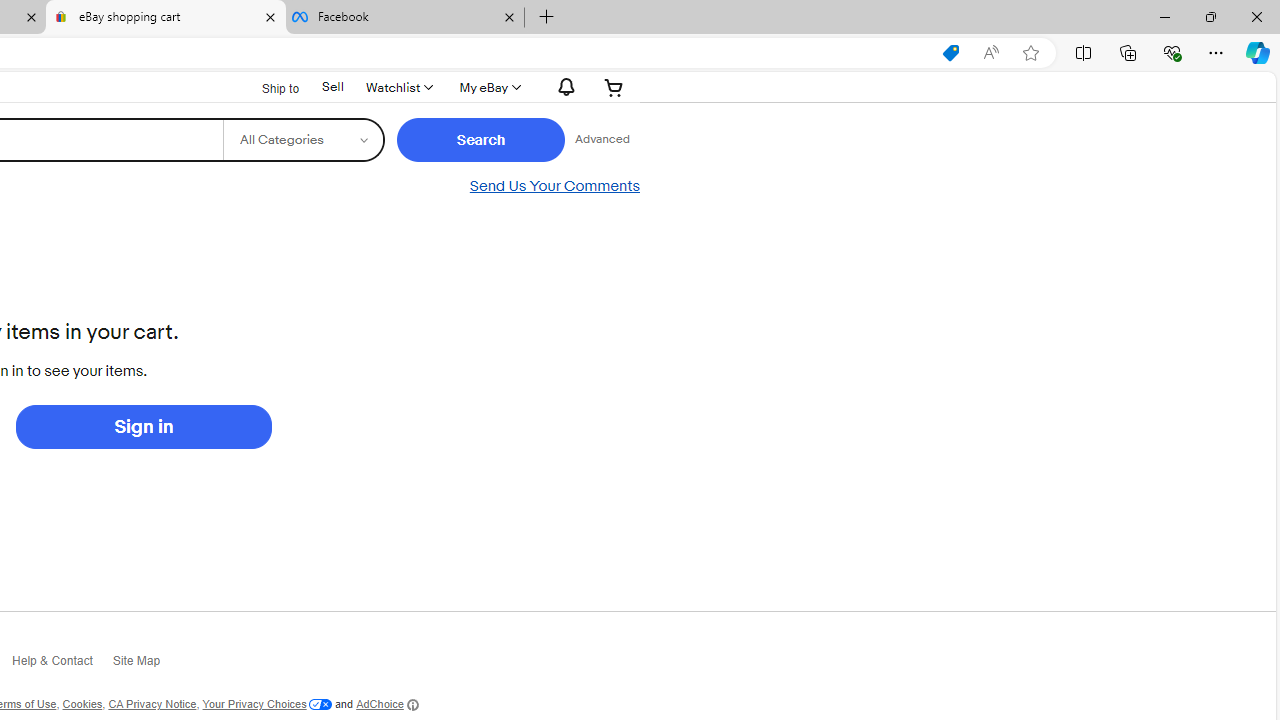 This screenshot has width=1280, height=720. What do you see at coordinates (332, 85) in the screenshot?
I see `'Sell'` at bounding box center [332, 85].